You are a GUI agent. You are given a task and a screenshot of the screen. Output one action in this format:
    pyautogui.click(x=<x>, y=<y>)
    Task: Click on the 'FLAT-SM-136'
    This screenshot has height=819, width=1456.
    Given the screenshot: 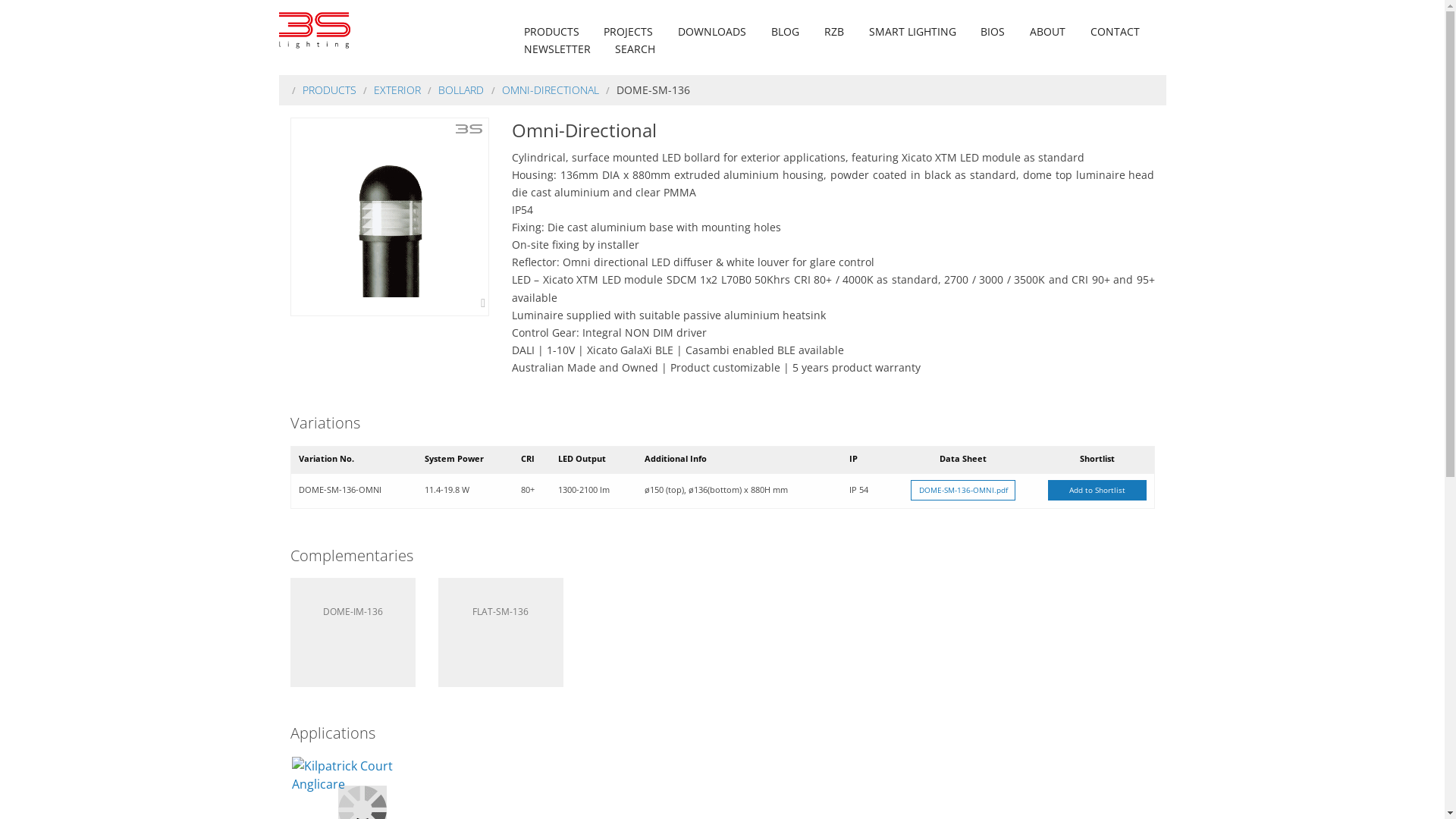 What is the action you would take?
    pyautogui.click(x=500, y=632)
    